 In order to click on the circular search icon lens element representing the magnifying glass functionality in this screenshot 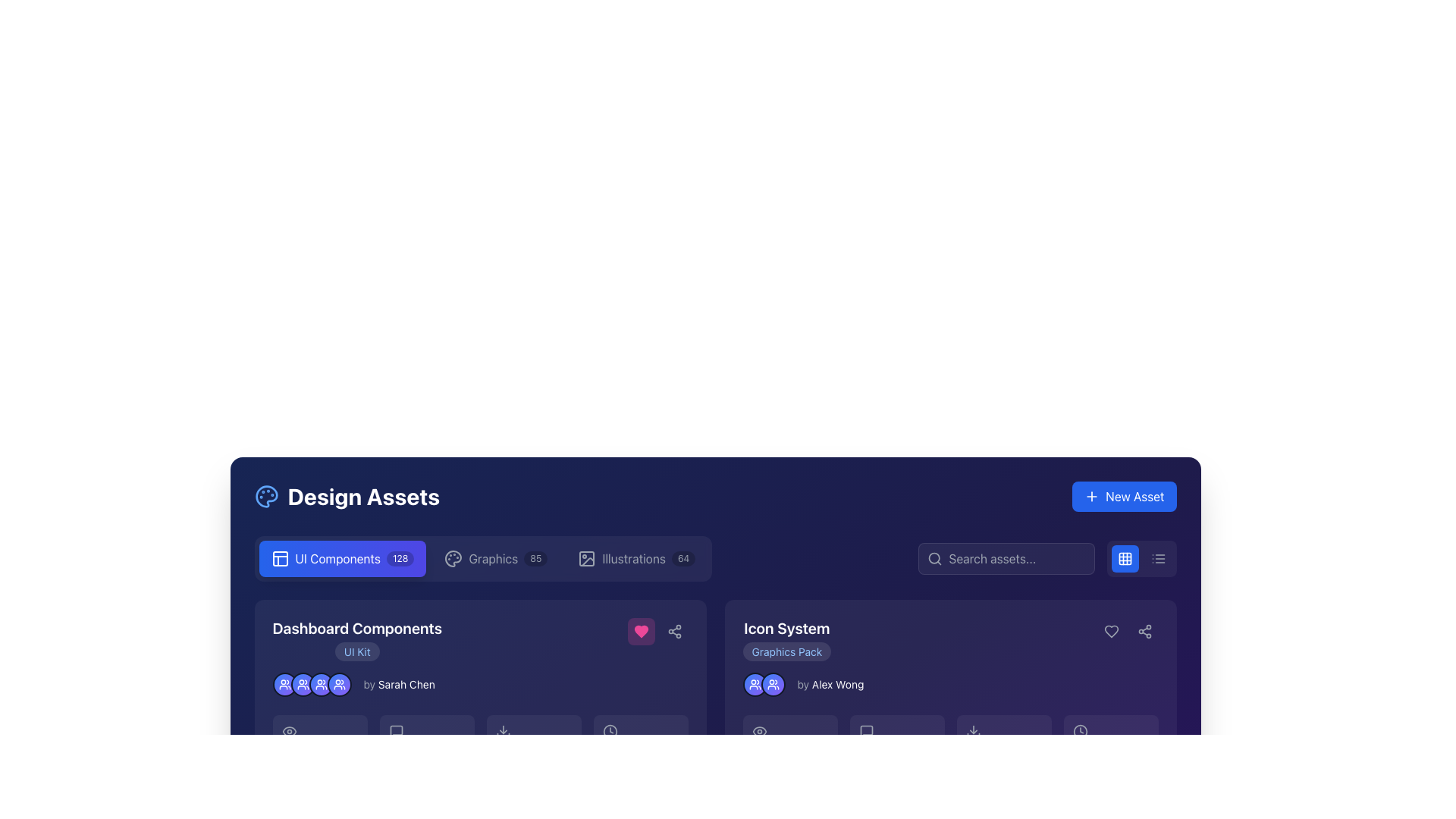, I will do `click(932, 558)`.